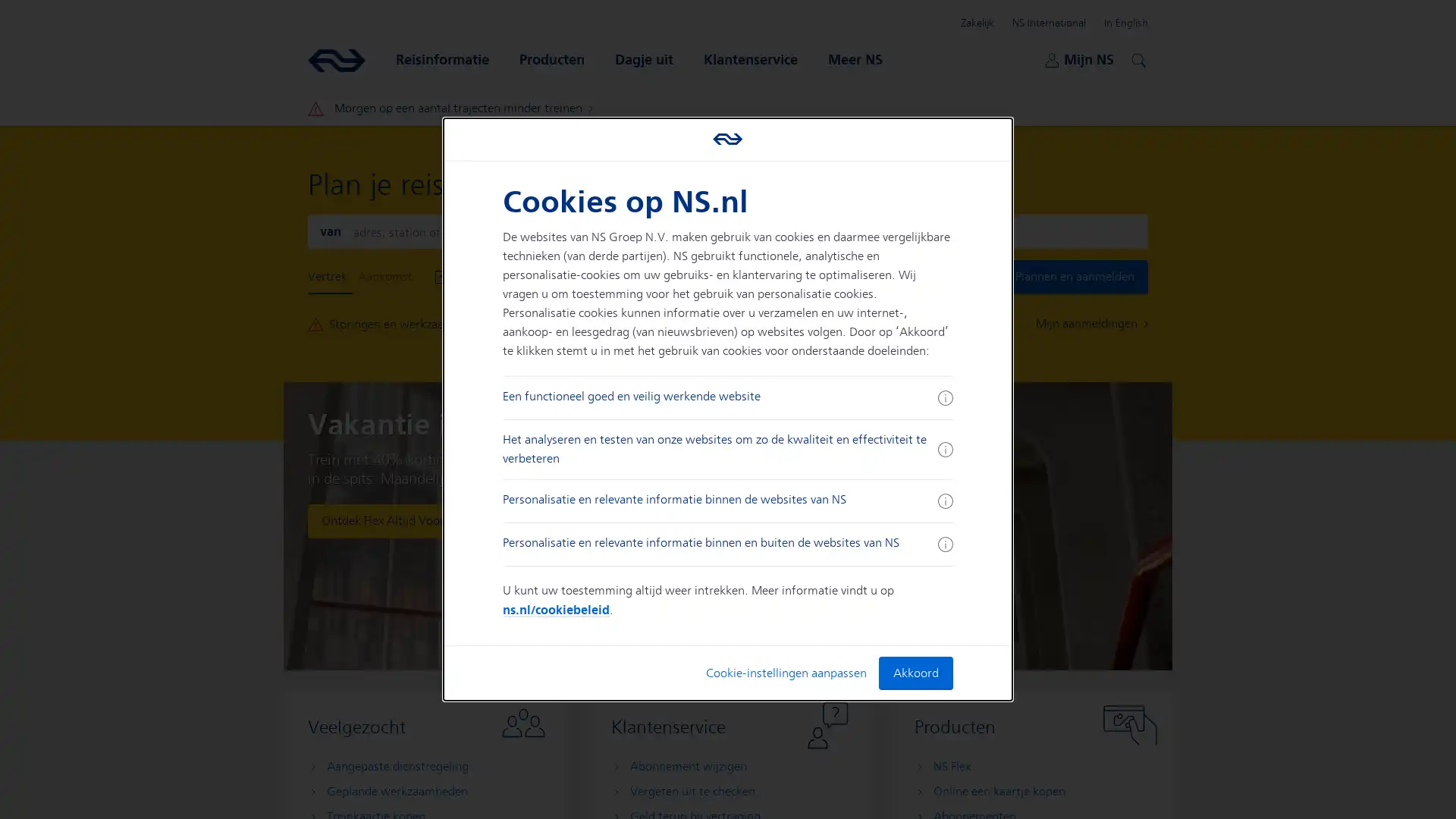 This screenshot has height=819, width=1456. What do you see at coordinates (944, 397) in the screenshot?
I see `Meer informatie ingeklapt` at bounding box center [944, 397].